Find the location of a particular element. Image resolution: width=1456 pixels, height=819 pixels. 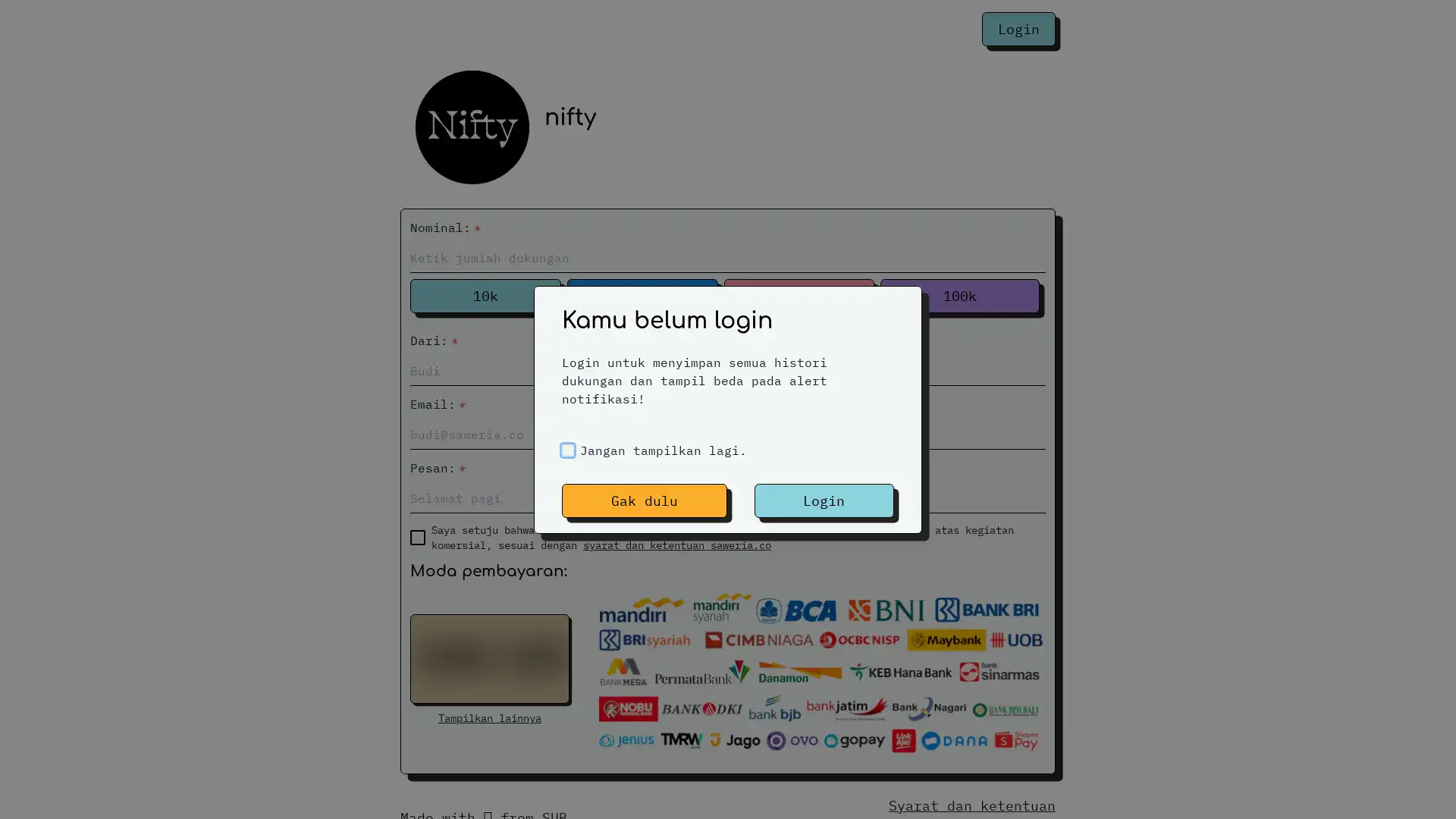

10k is located at coordinates (484, 296).